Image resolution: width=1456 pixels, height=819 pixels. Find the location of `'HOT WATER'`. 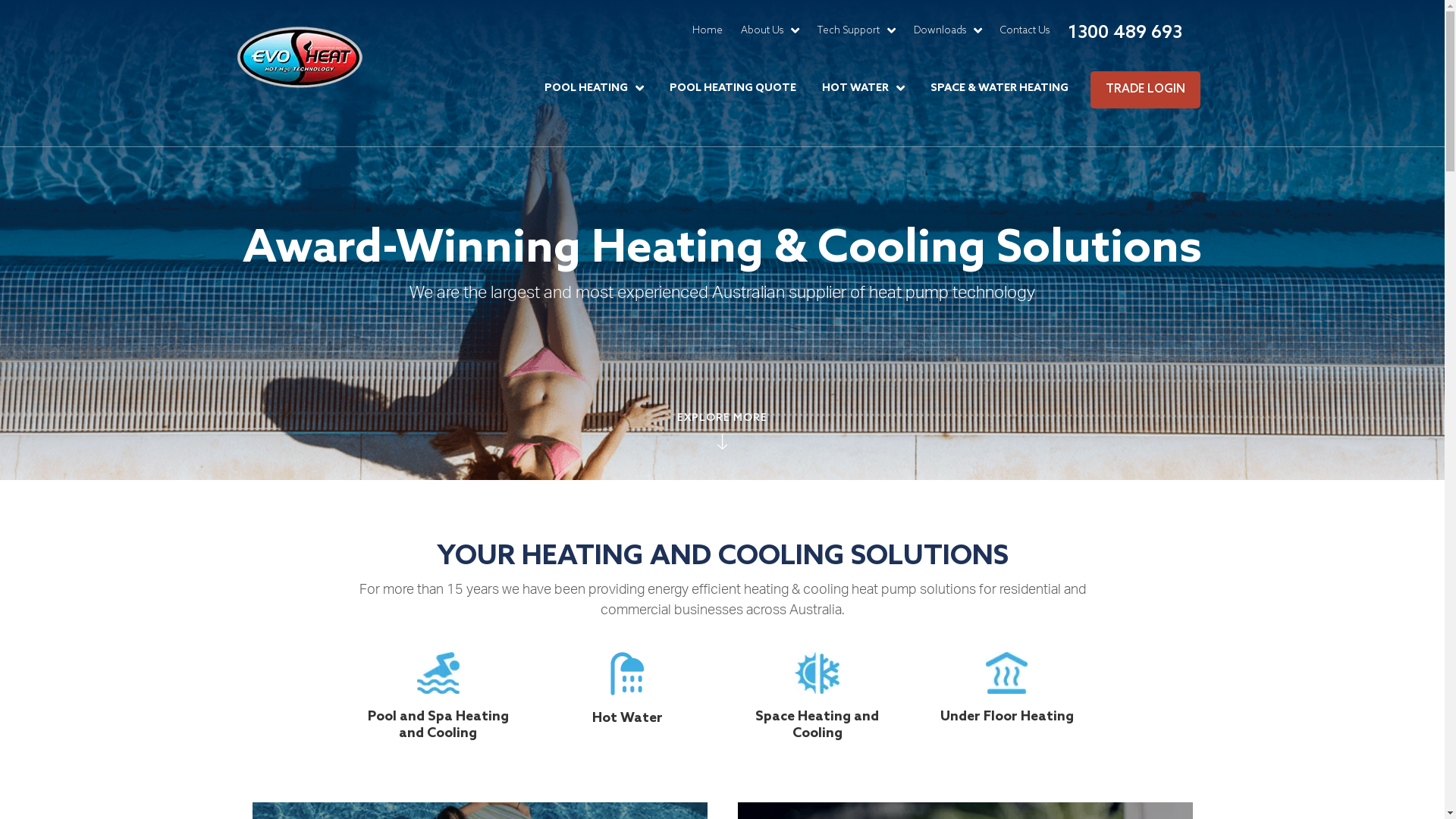

'HOT WATER' is located at coordinates (863, 88).